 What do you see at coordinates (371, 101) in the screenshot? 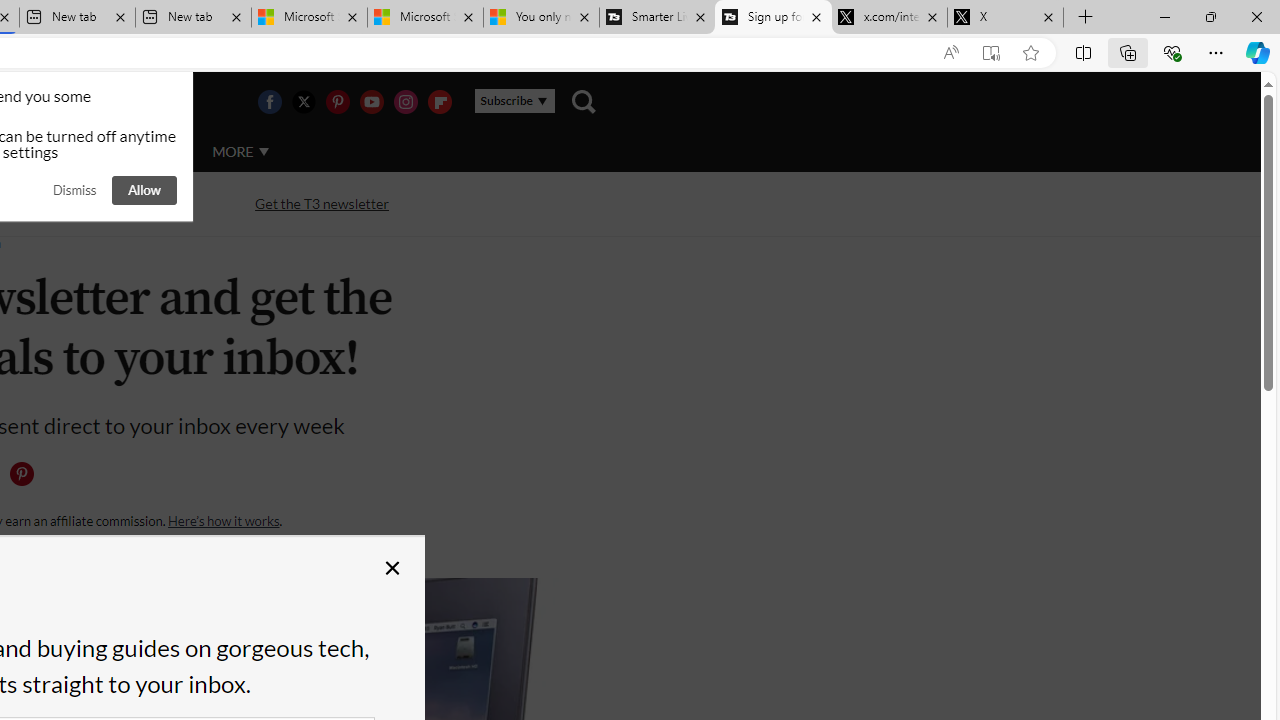
I see `'Visit us on Youtube'` at bounding box center [371, 101].